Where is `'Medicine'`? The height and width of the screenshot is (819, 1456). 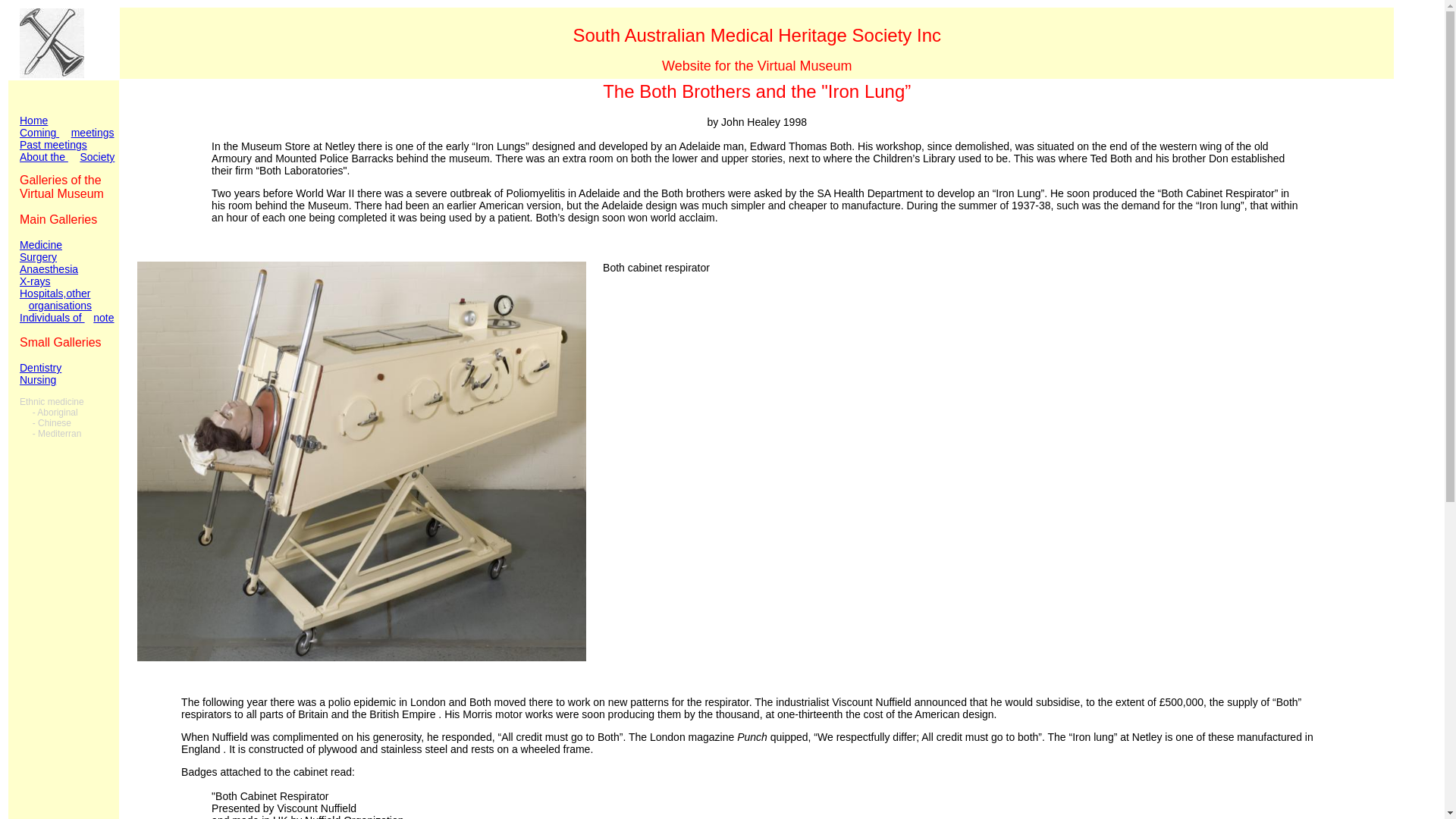
'Medicine' is located at coordinates (40, 244).